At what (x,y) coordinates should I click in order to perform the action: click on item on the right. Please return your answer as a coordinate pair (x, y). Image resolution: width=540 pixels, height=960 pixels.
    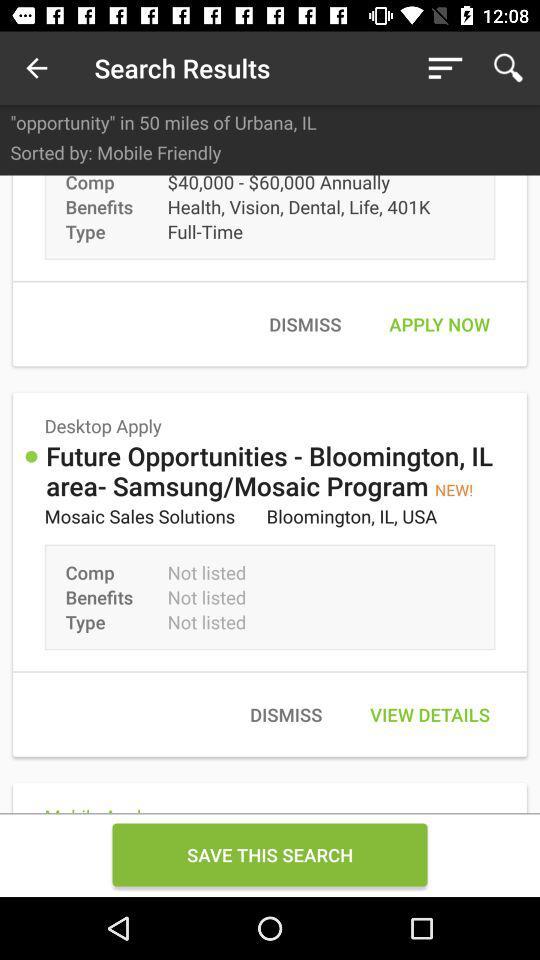
    Looking at the image, I should click on (438, 324).